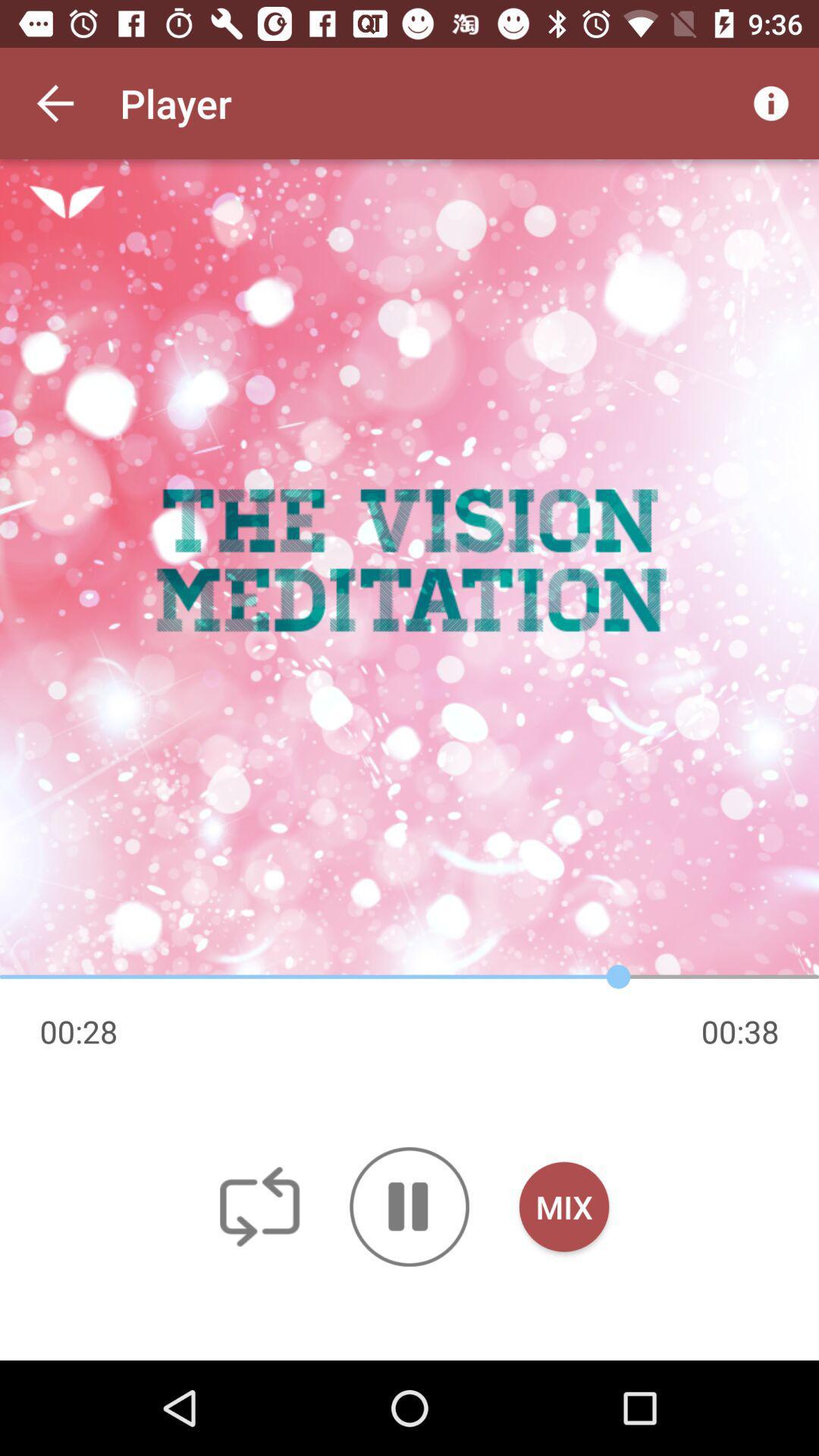 The width and height of the screenshot is (819, 1456). What do you see at coordinates (409, 567) in the screenshot?
I see `icon above 00:00 icon` at bounding box center [409, 567].